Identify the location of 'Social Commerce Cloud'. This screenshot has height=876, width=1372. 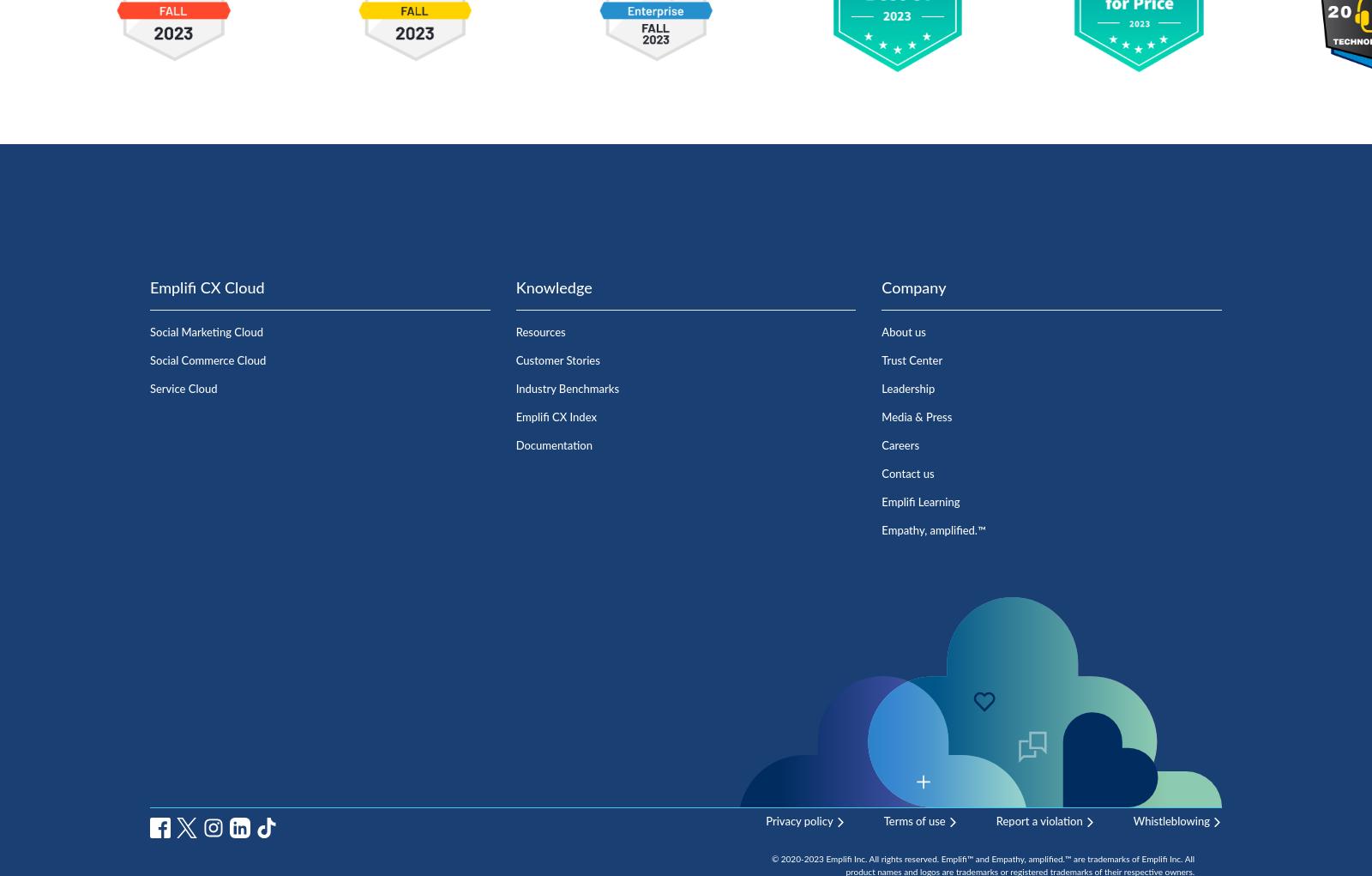
(149, 359).